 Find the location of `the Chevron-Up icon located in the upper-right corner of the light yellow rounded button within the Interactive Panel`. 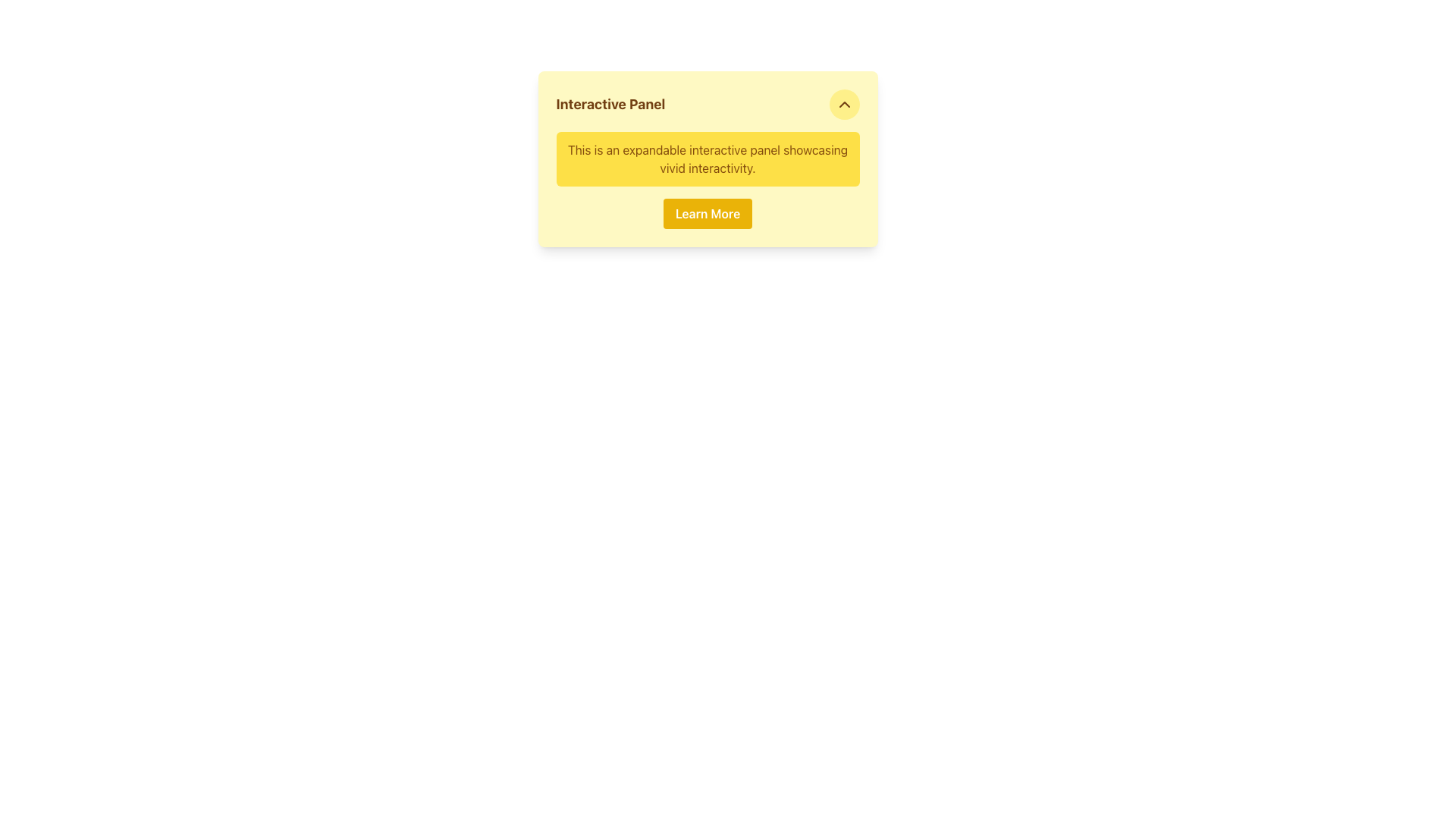

the Chevron-Up icon located in the upper-right corner of the light yellow rounded button within the Interactive Panel is located at coordinates (843, 104).